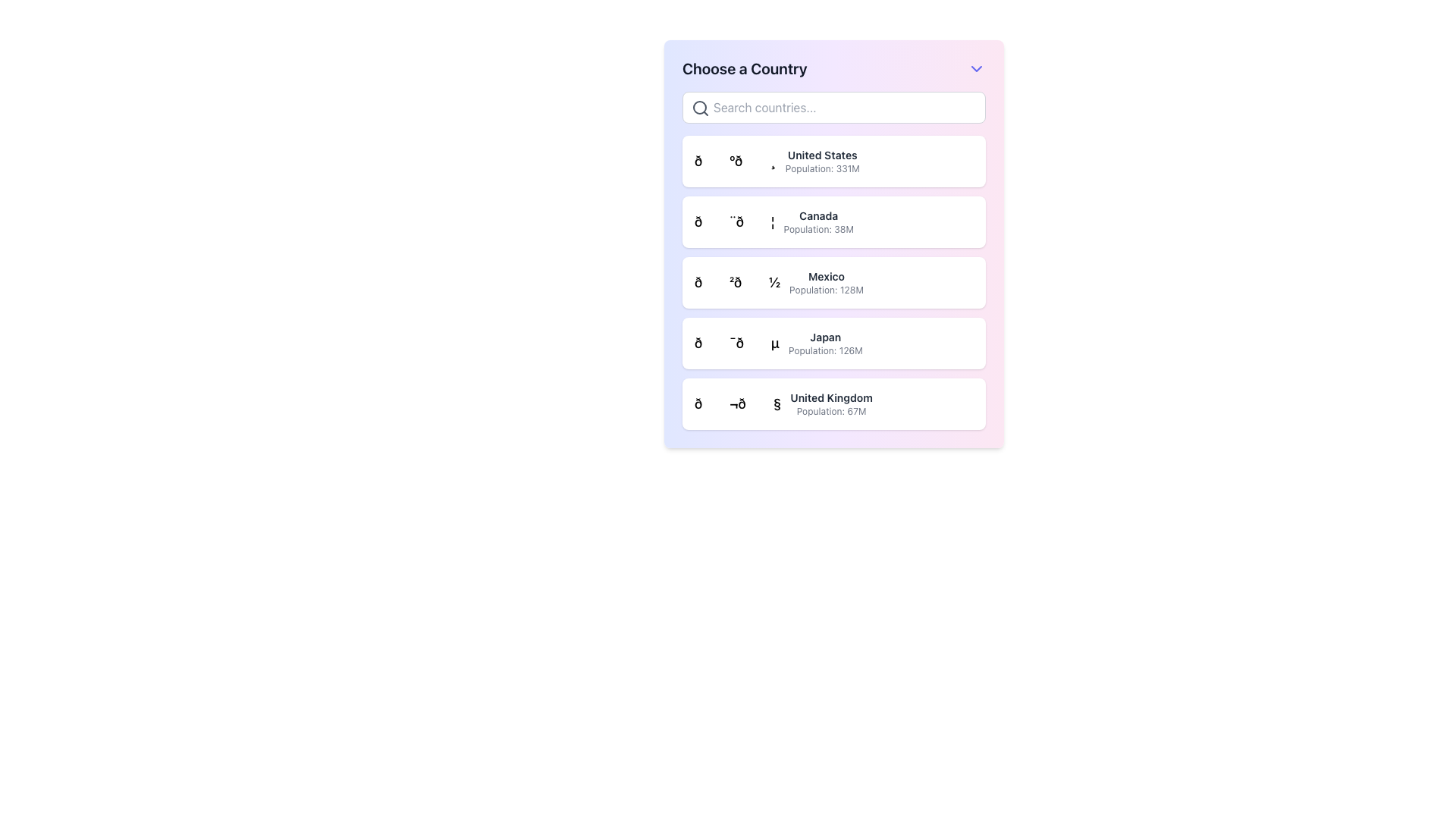 Image resolution: width=1456 pixels, height=819 pixels. I want to click on the text label displaying 'Mexico', which is bold and dark gray, located in the third row of a list of countries between 'Canada' and 'Japan', so click(825, 277).